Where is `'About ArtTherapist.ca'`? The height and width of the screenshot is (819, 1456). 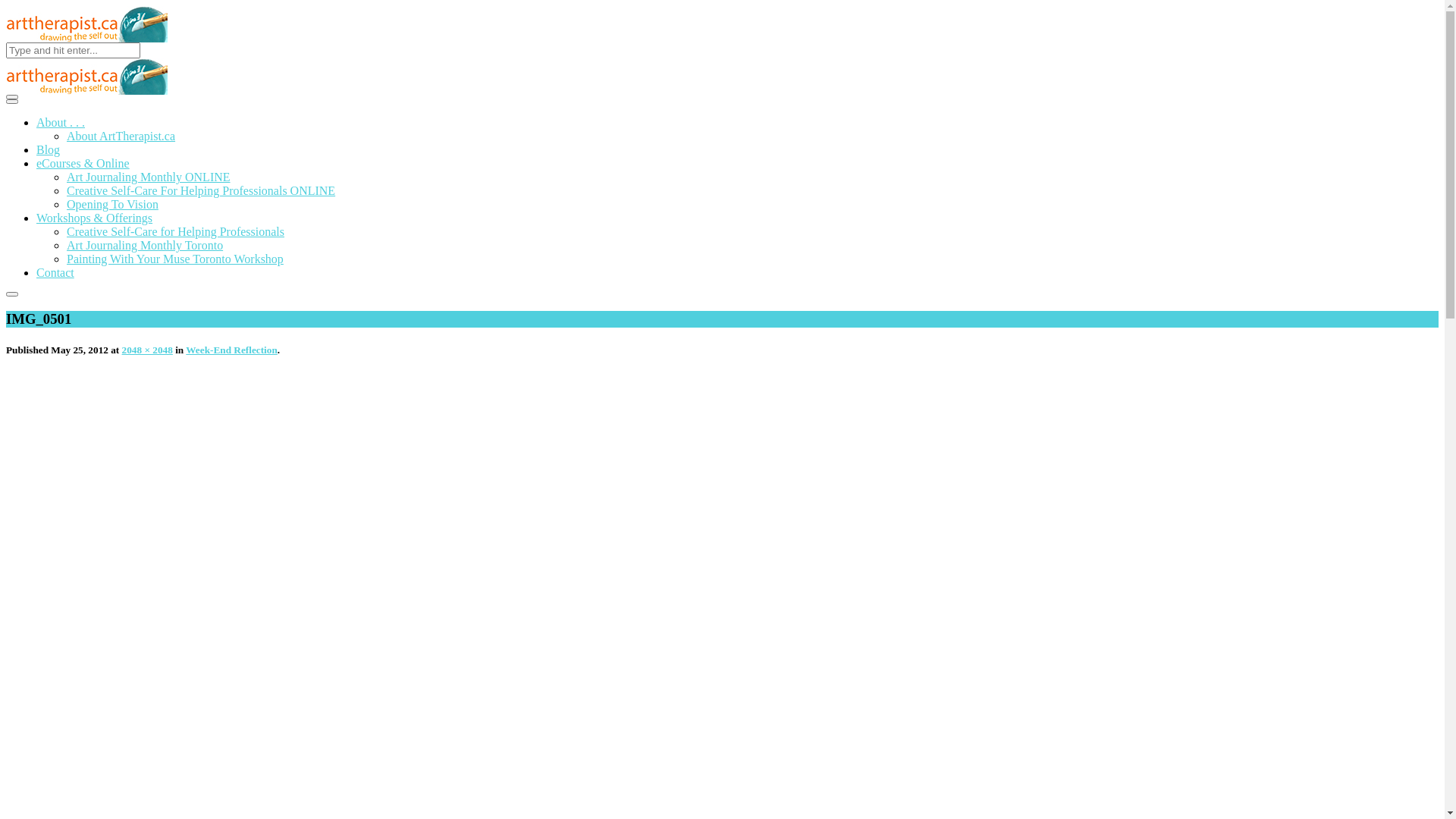 'About ArtTherapist.ca' is located at coordinates (120, 135).